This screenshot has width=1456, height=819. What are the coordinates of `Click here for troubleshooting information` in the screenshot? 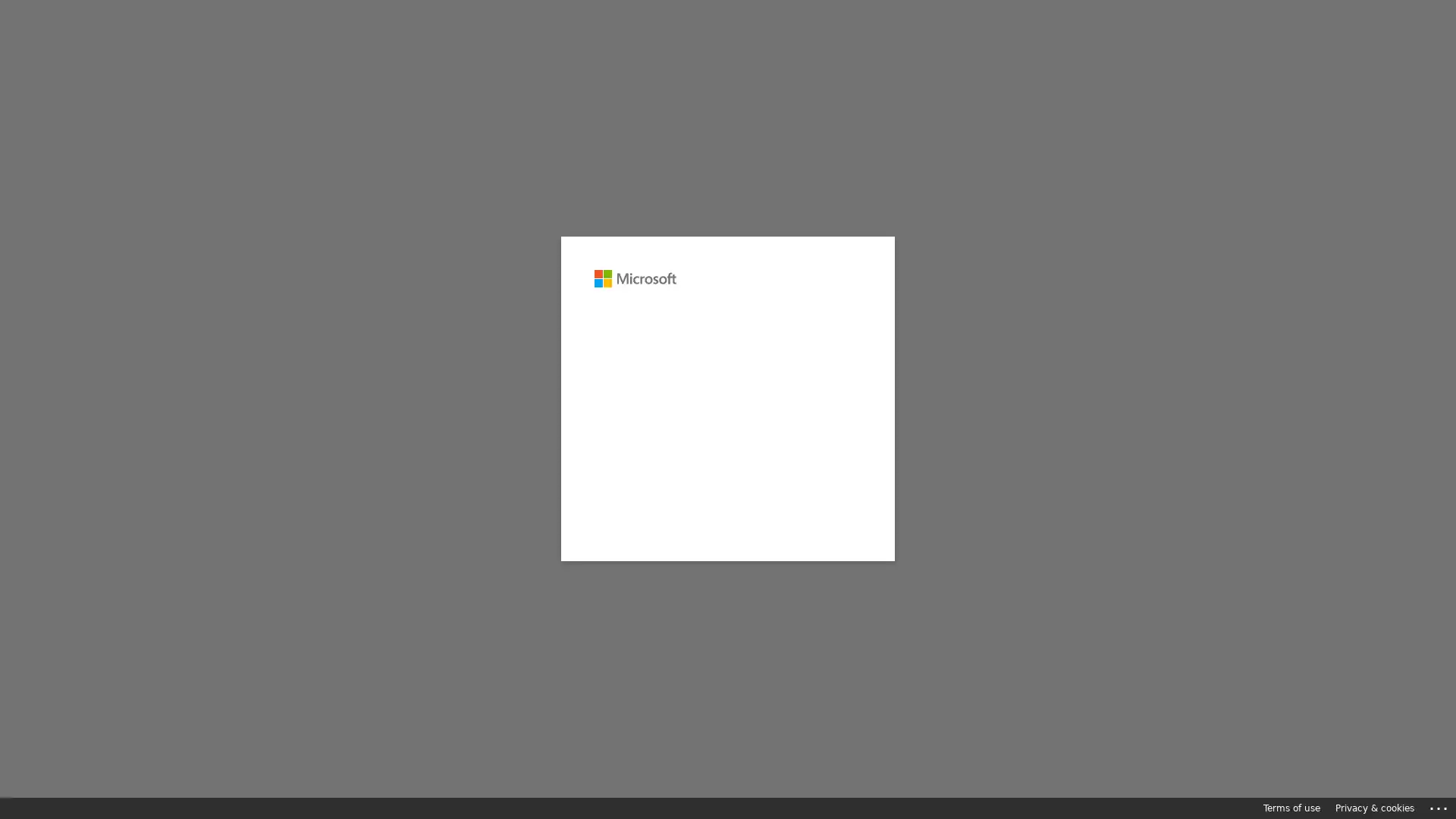 It's located at (1439, 805).